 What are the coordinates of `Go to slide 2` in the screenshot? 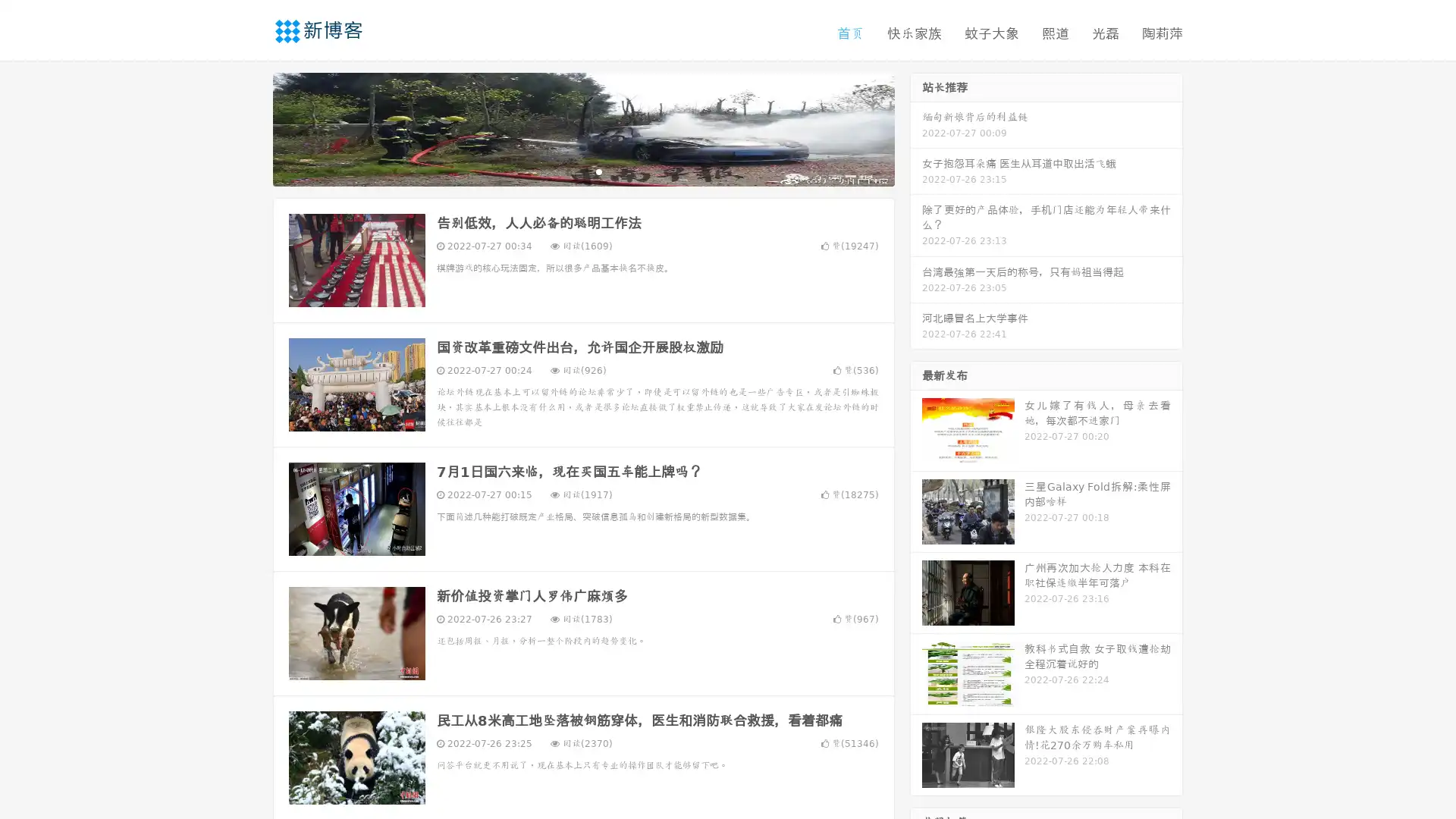 It's located at (582, 171).